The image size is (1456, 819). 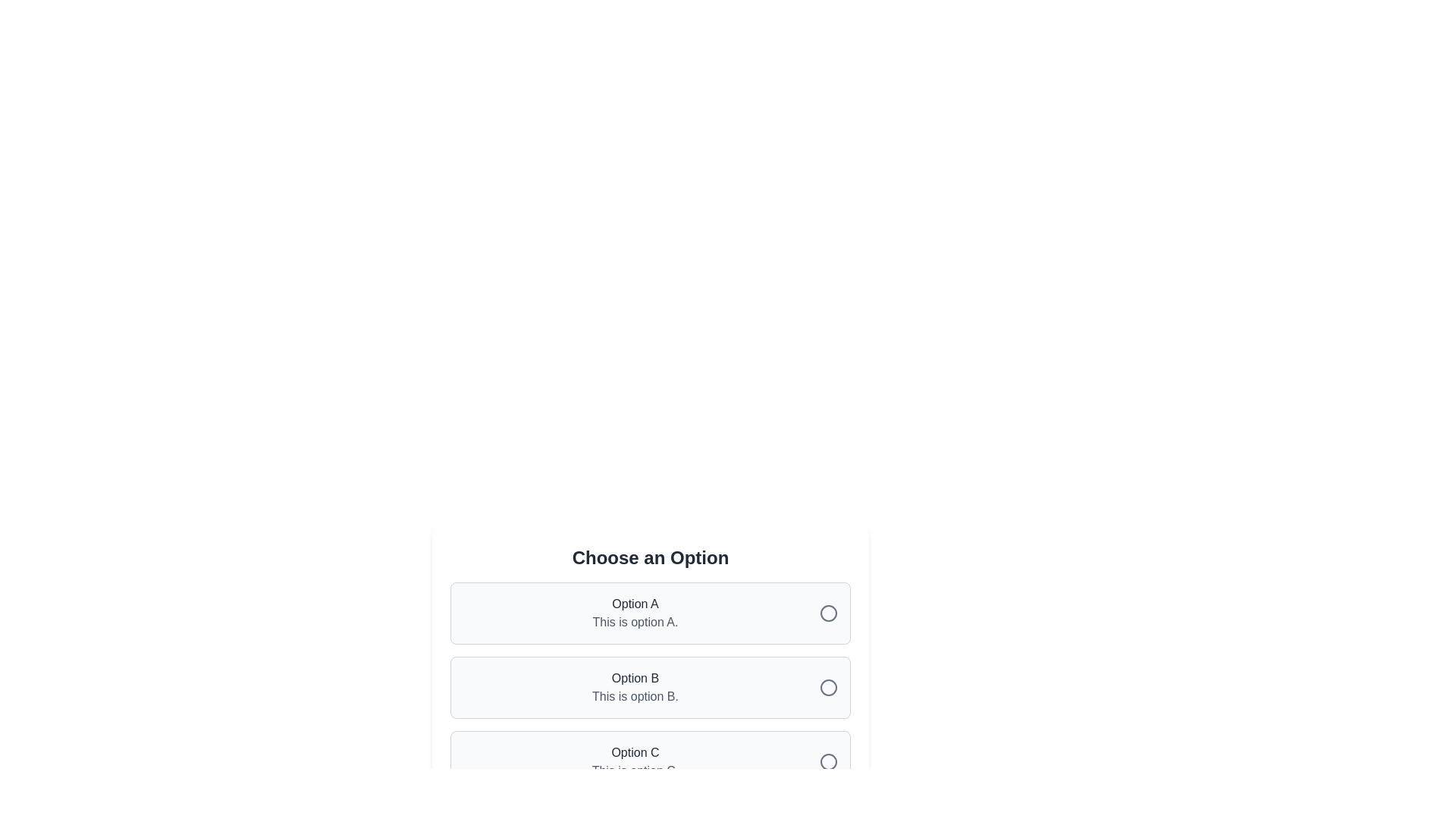 I want to click on the Text Label displaying 'Option C' which is the third option in a vertically aligned list of selectable items, so click(x=635, y=762).